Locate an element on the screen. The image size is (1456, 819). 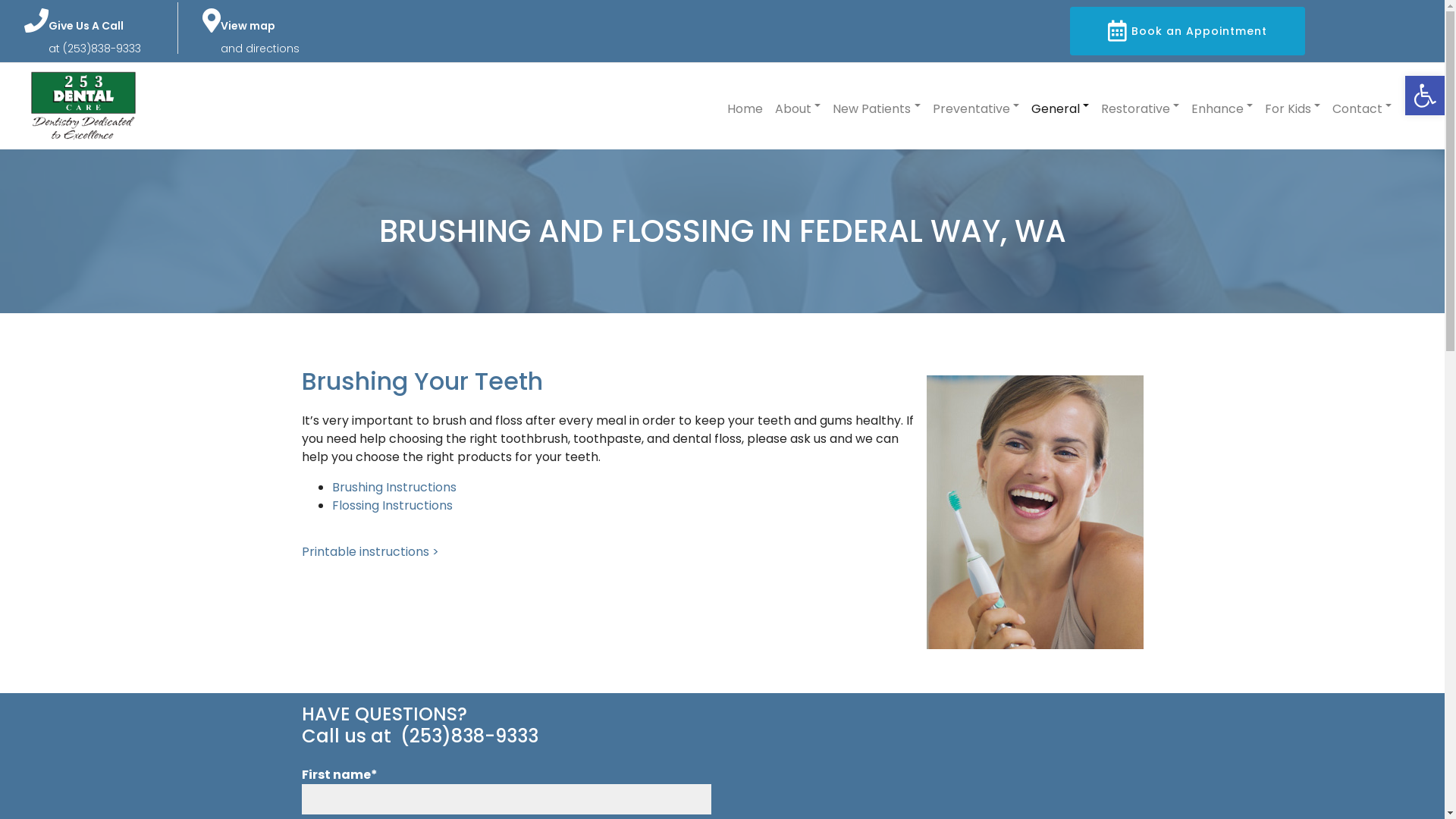
'Home' is located at coordinates (745, 105).